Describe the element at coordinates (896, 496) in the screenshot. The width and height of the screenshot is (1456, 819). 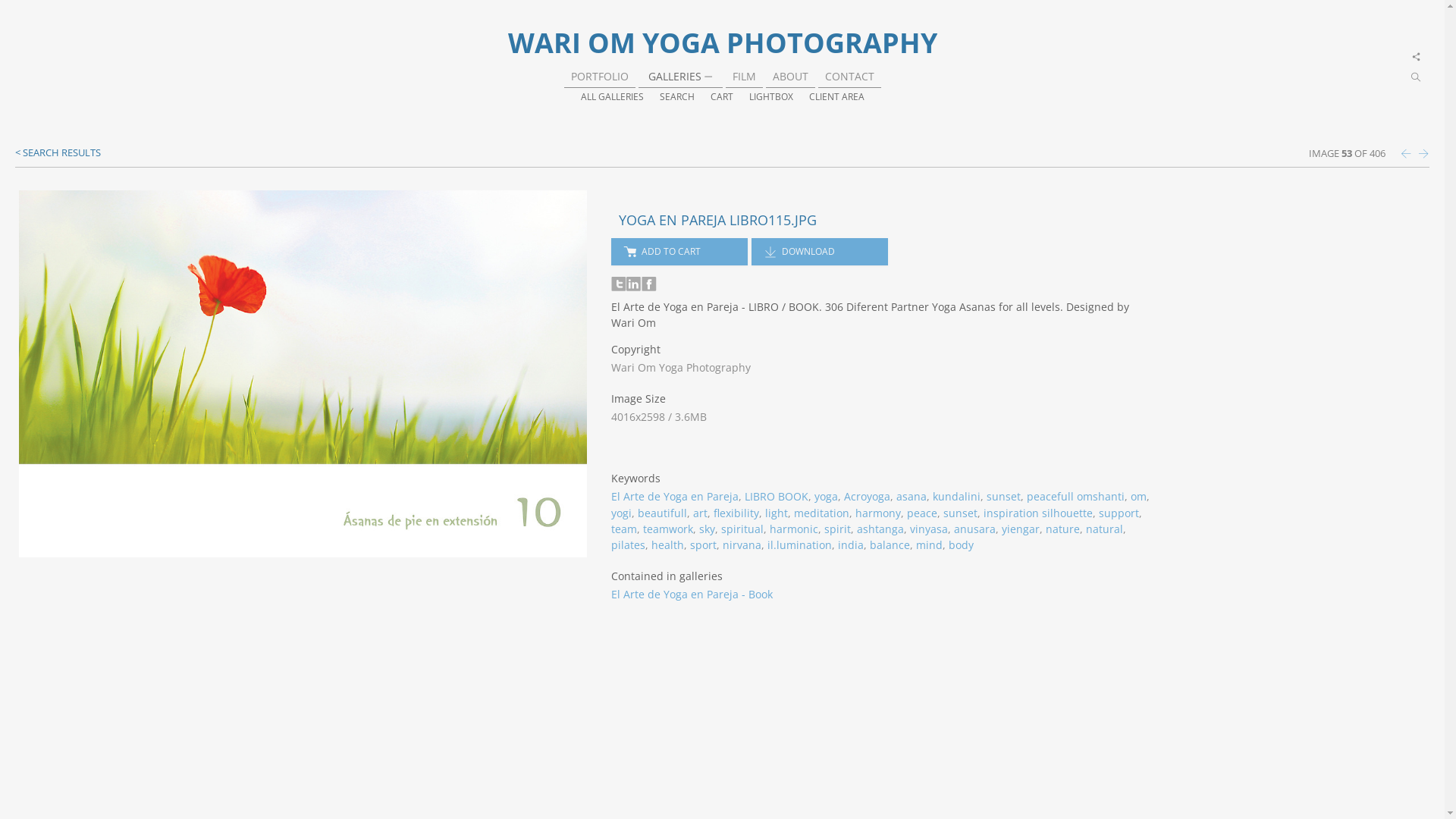
I see `'asana'` at that location.